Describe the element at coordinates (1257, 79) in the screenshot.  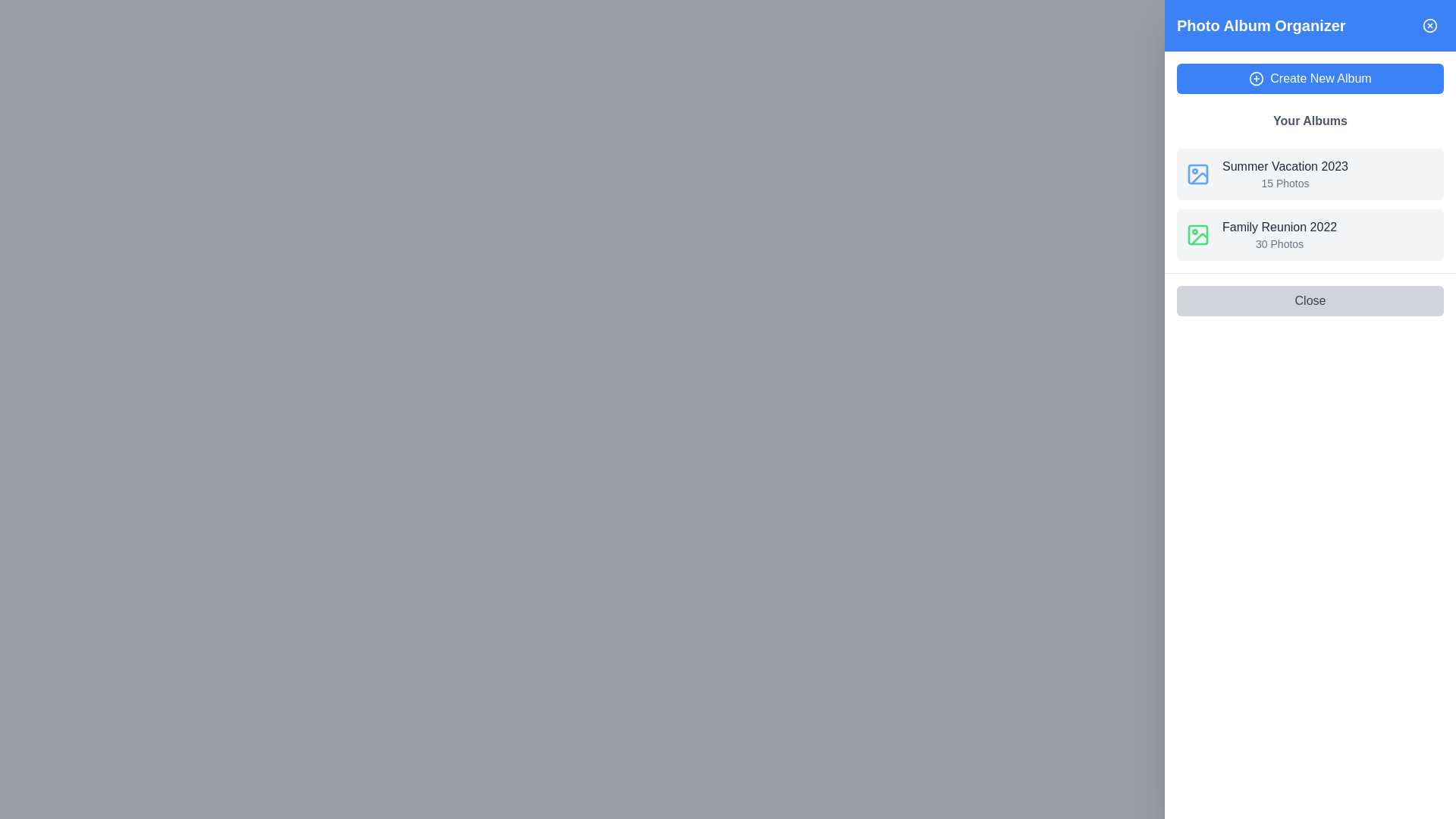
I see `the icon that represents the action of creating a new album, which is located to the left of the 'Create New Album' button text in the interface, part of a wide blue button at the top center of the sidebar` at that location.